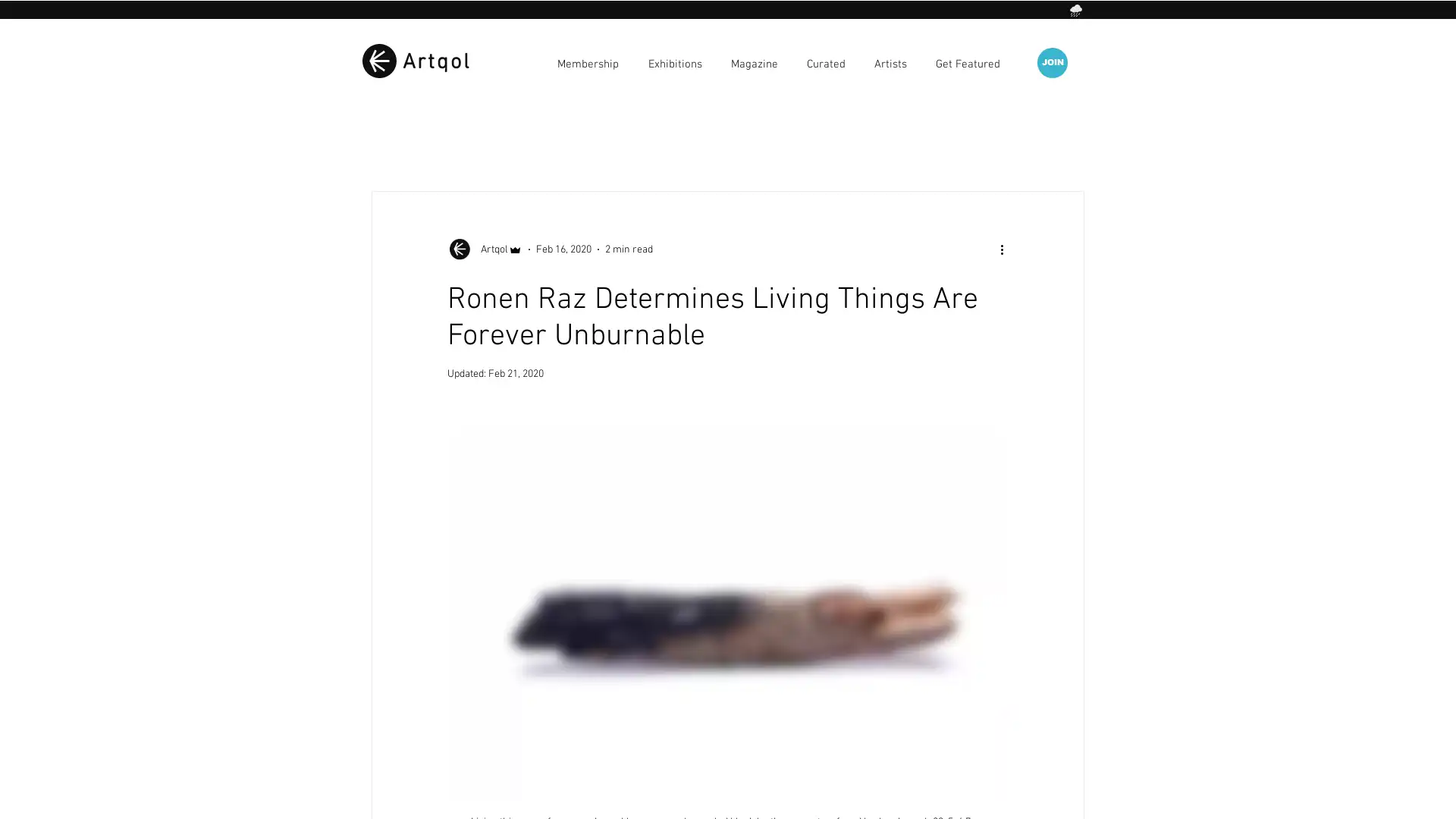 Image resolution: width=1456 pixels, height=819 pixels. I want to click on Search, so click(1064, 147).